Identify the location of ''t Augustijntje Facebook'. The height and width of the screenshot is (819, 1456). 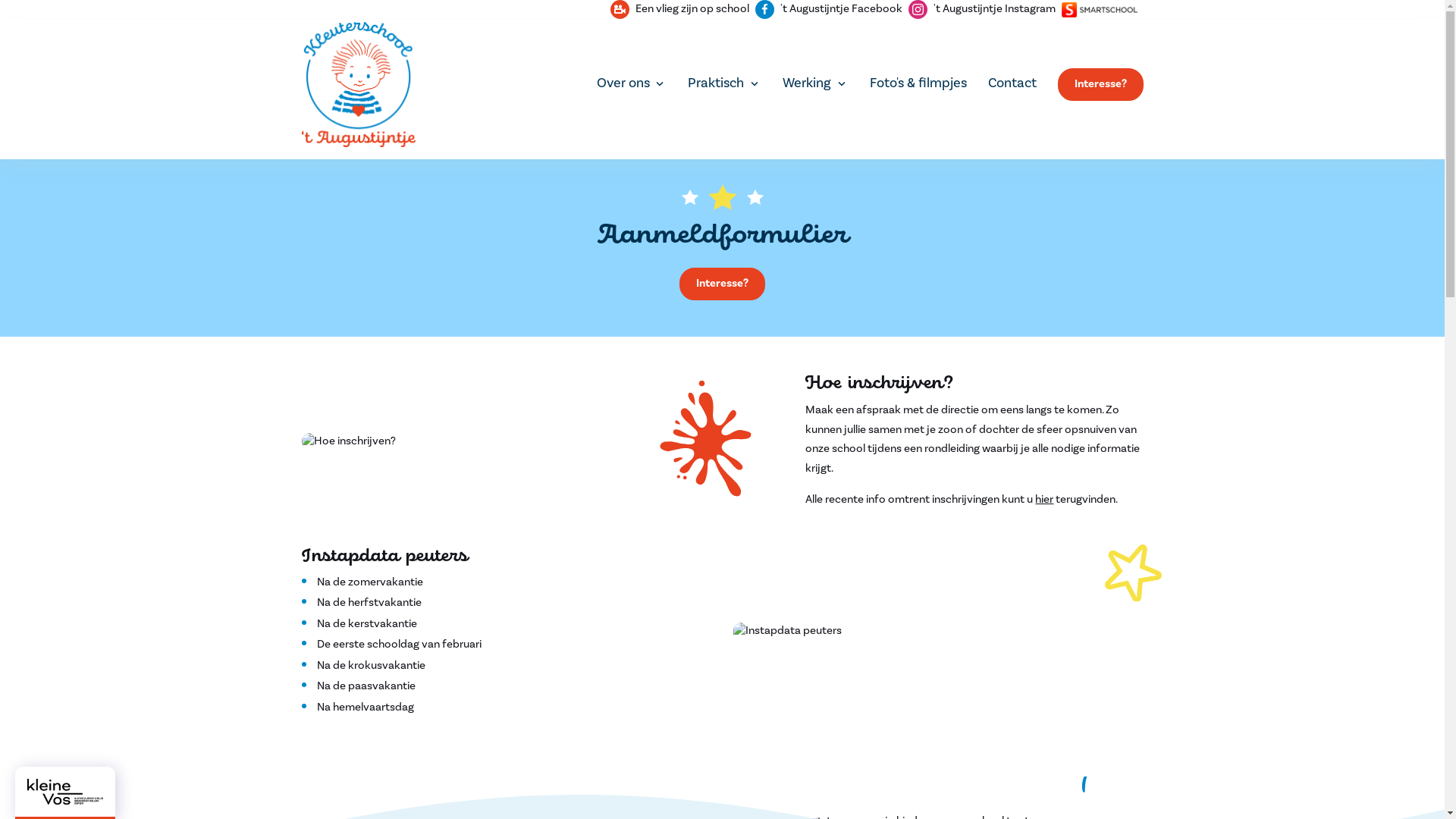
(755, 9).